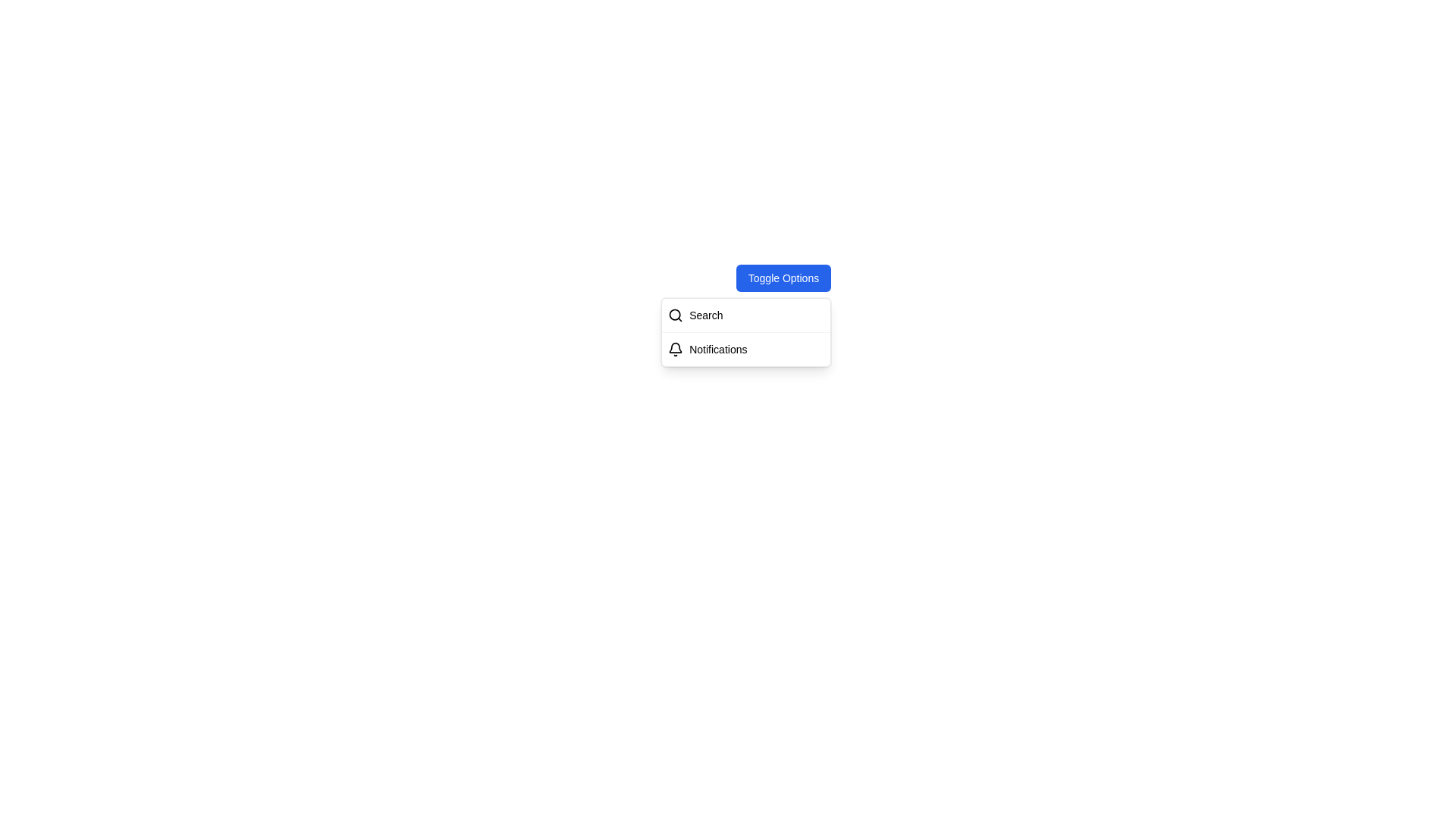 This screenshot has width=1456, height=819. I want to click on the magnifying glass icon located to the left of the text 'Search' within the dropdown menu, so click(674, 314).